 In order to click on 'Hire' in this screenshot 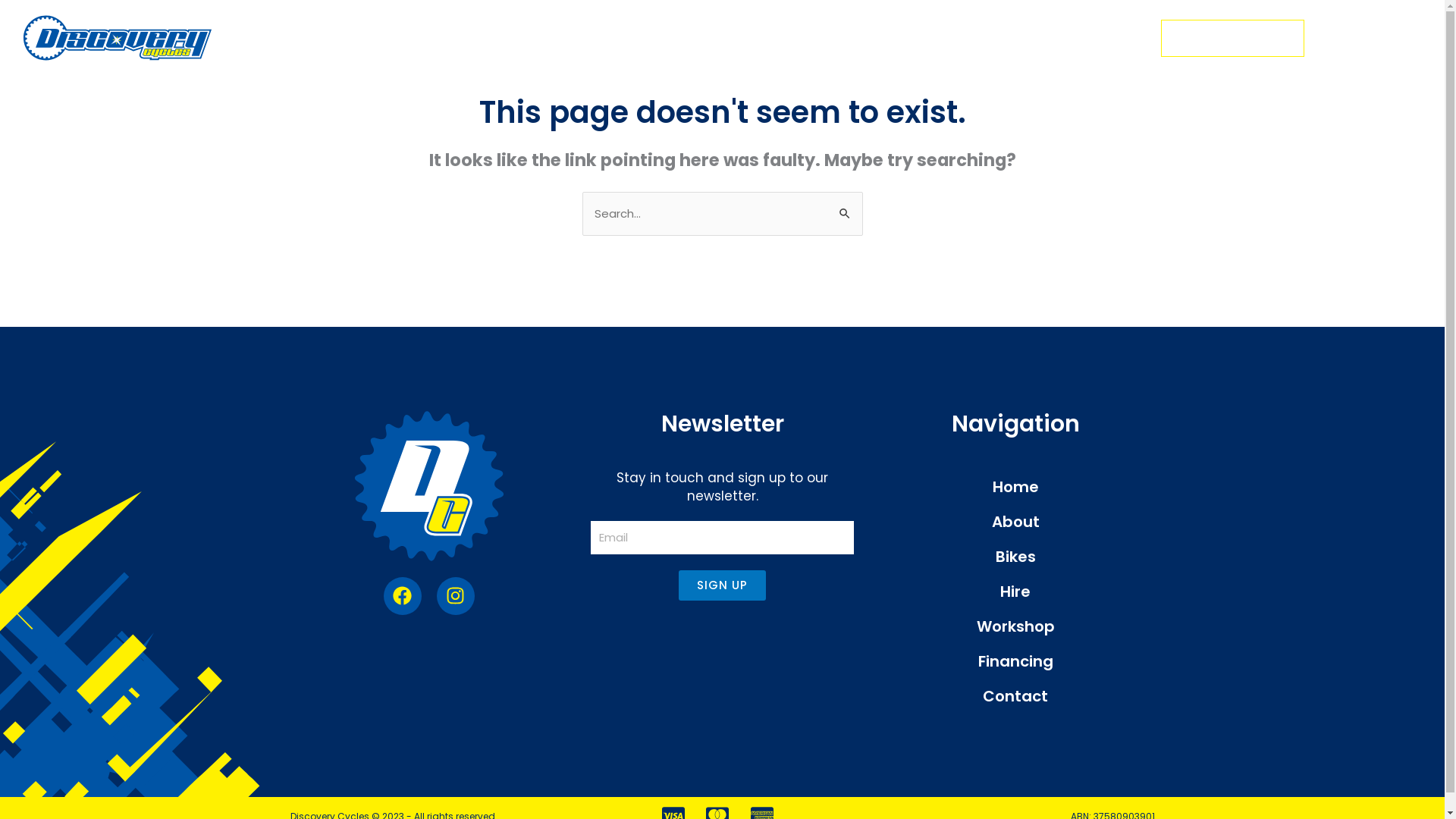, I will do `click(1015, 590)`.